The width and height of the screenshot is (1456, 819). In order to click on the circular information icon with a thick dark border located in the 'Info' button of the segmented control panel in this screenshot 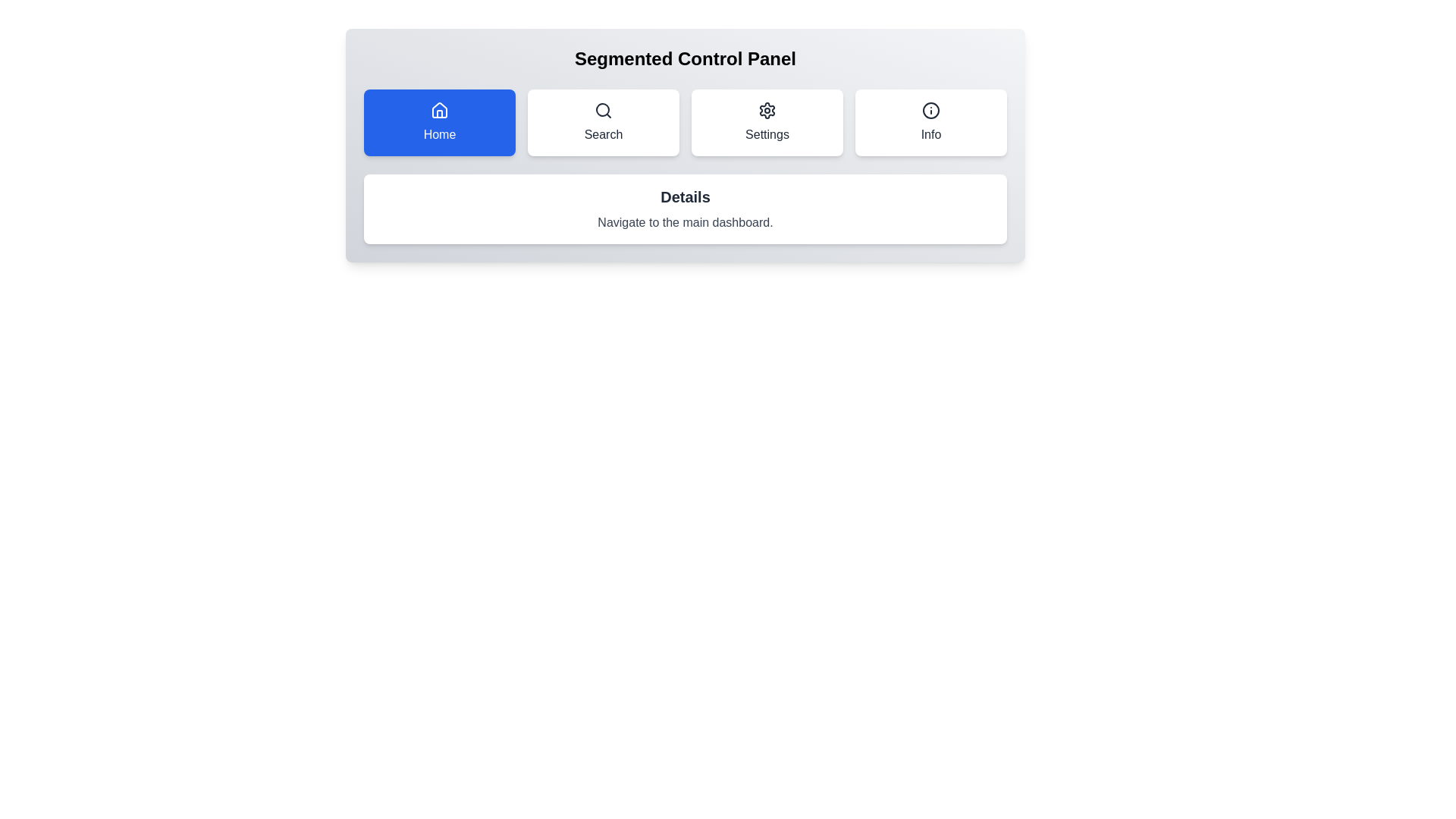, I will do `click(930, 110)`.